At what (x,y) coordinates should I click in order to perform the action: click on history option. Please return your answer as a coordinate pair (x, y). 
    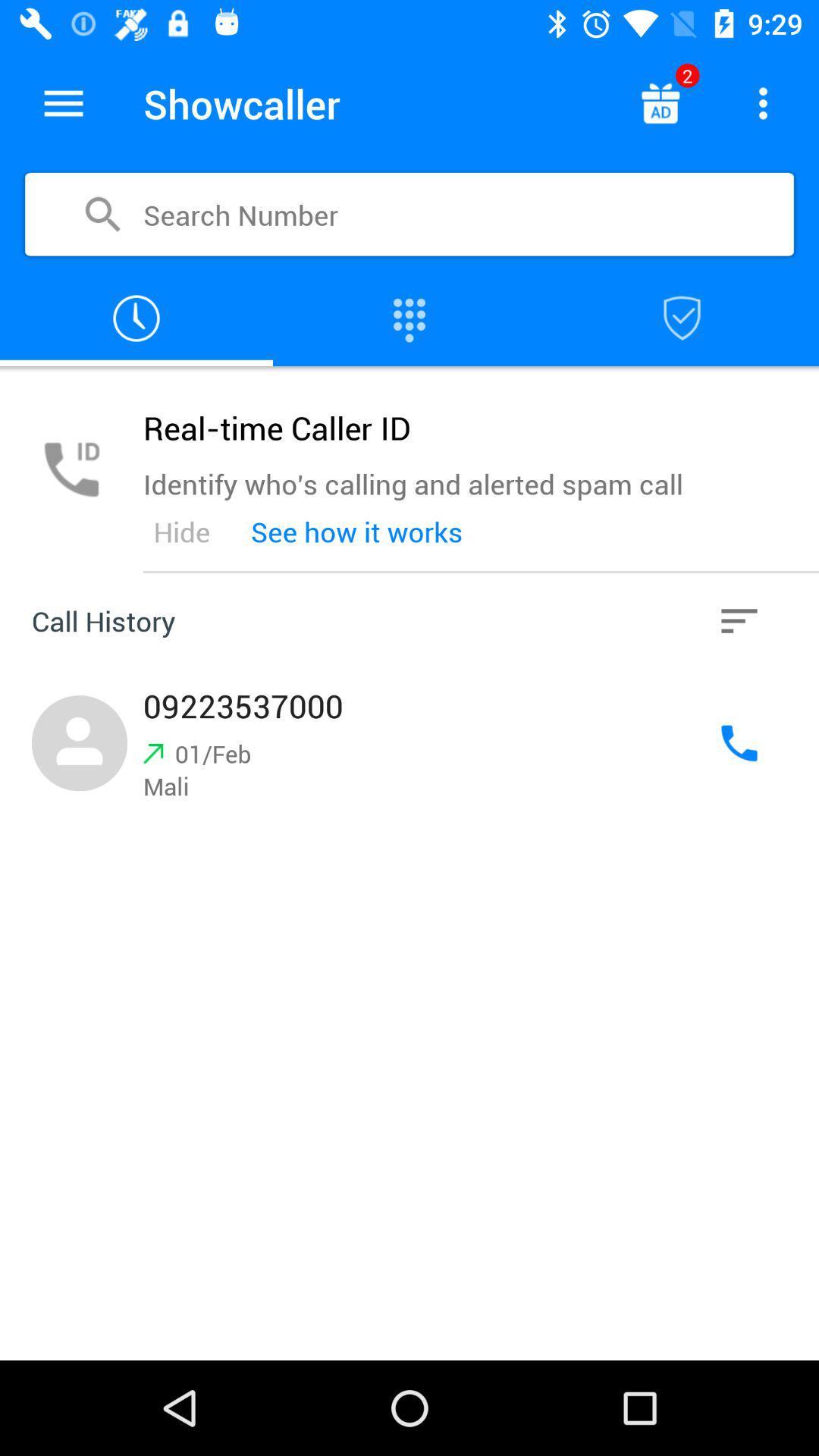
    Looking at the image, I should click on (739, 621).